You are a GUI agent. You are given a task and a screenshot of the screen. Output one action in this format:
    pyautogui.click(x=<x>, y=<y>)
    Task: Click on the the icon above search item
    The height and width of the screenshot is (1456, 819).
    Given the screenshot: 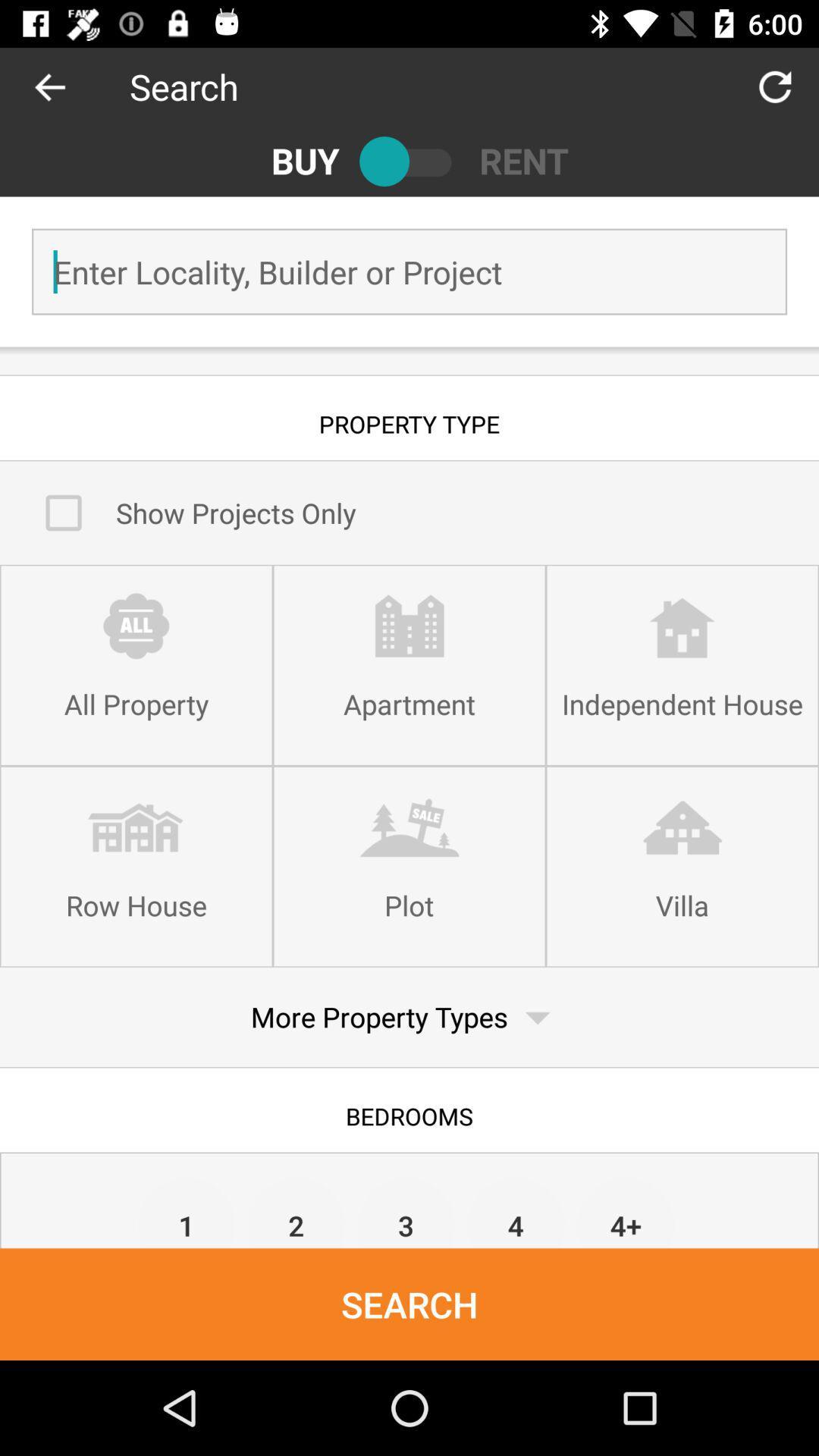 What is the action you would take?
    pyautogui.click(x=405, y=1211)
    